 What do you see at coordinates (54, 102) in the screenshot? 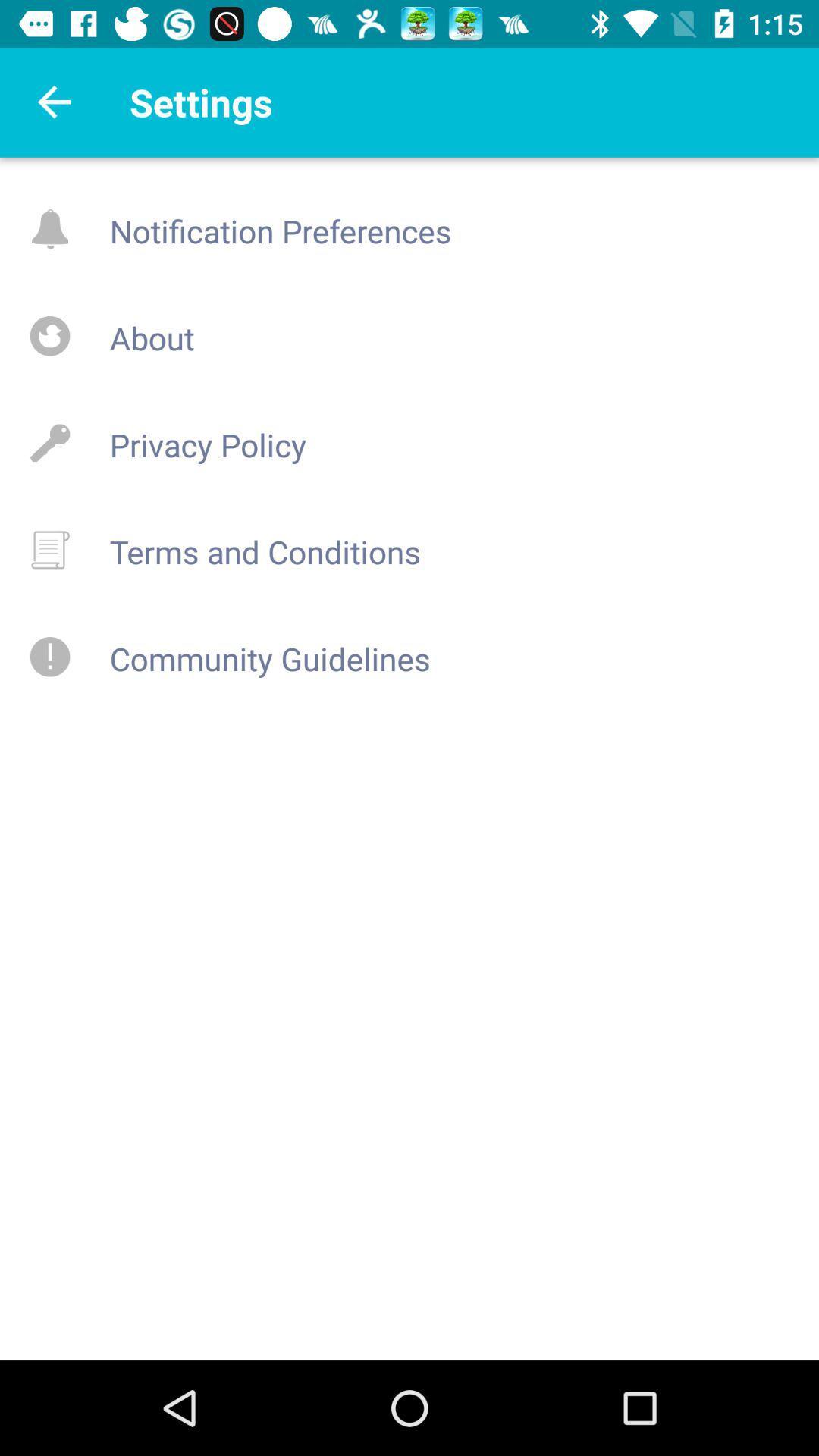
I see `go back` at bounding box center [54, 102].